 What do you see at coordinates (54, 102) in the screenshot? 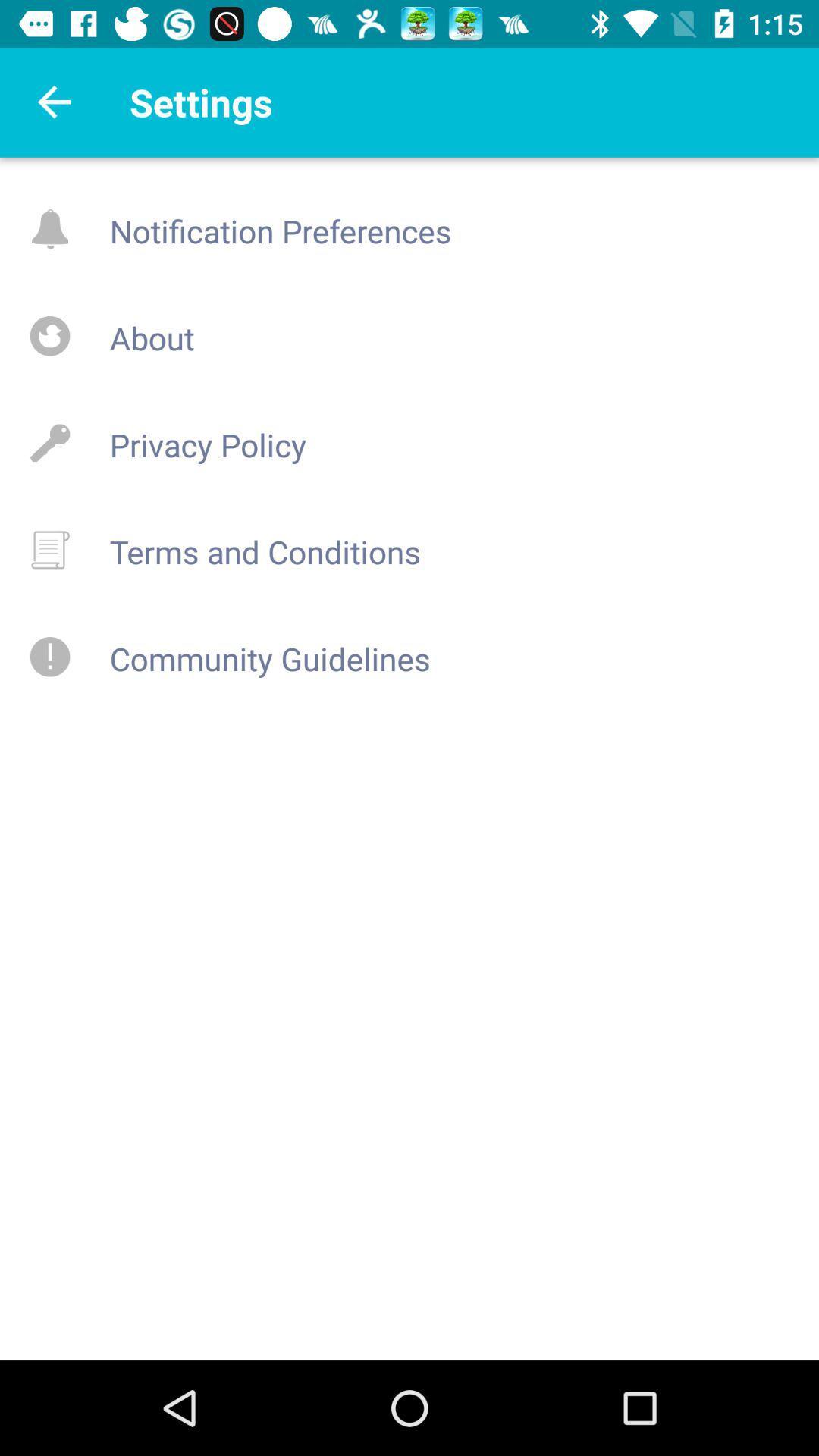
I see `go back` at bounding box center [54, 102].